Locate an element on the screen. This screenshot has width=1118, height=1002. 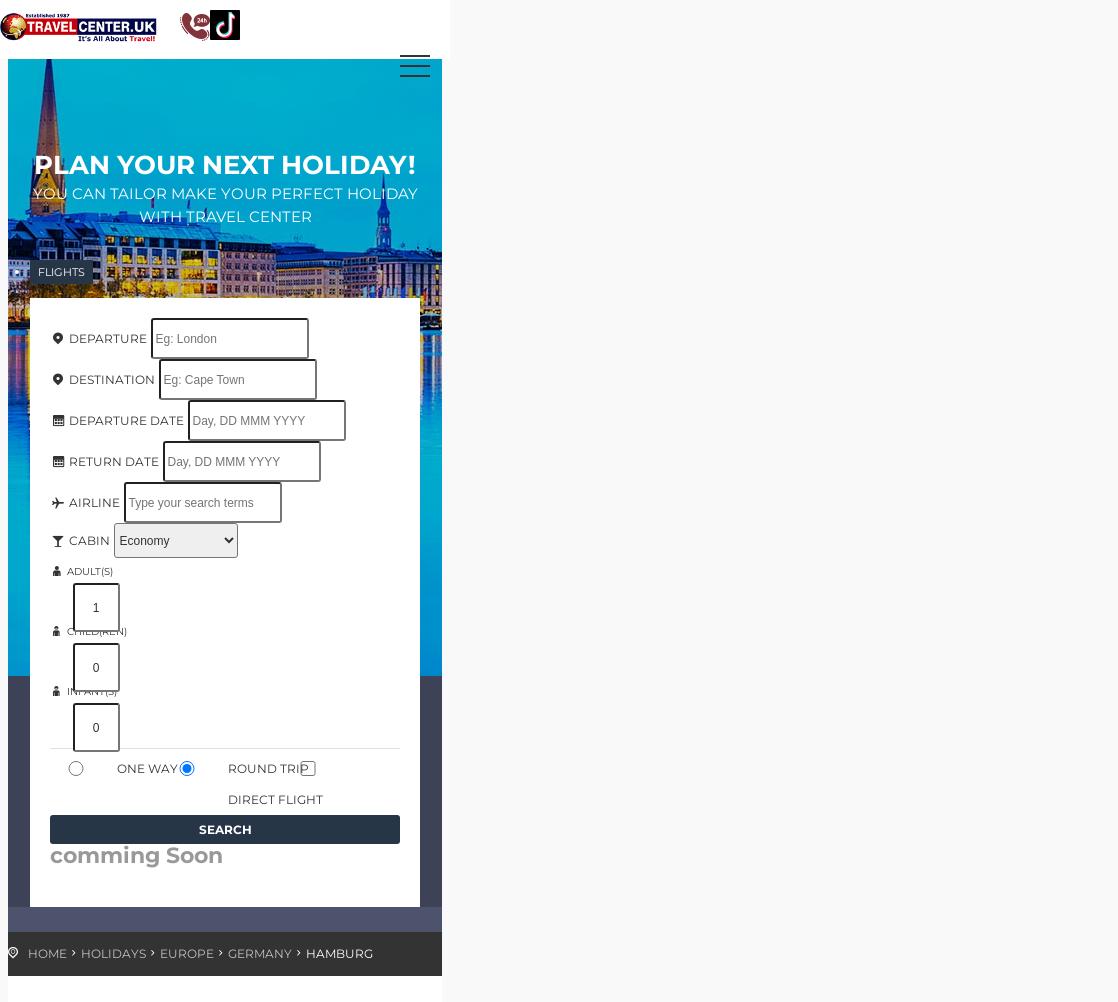
'Germany' is located at coordinates (260, 952).